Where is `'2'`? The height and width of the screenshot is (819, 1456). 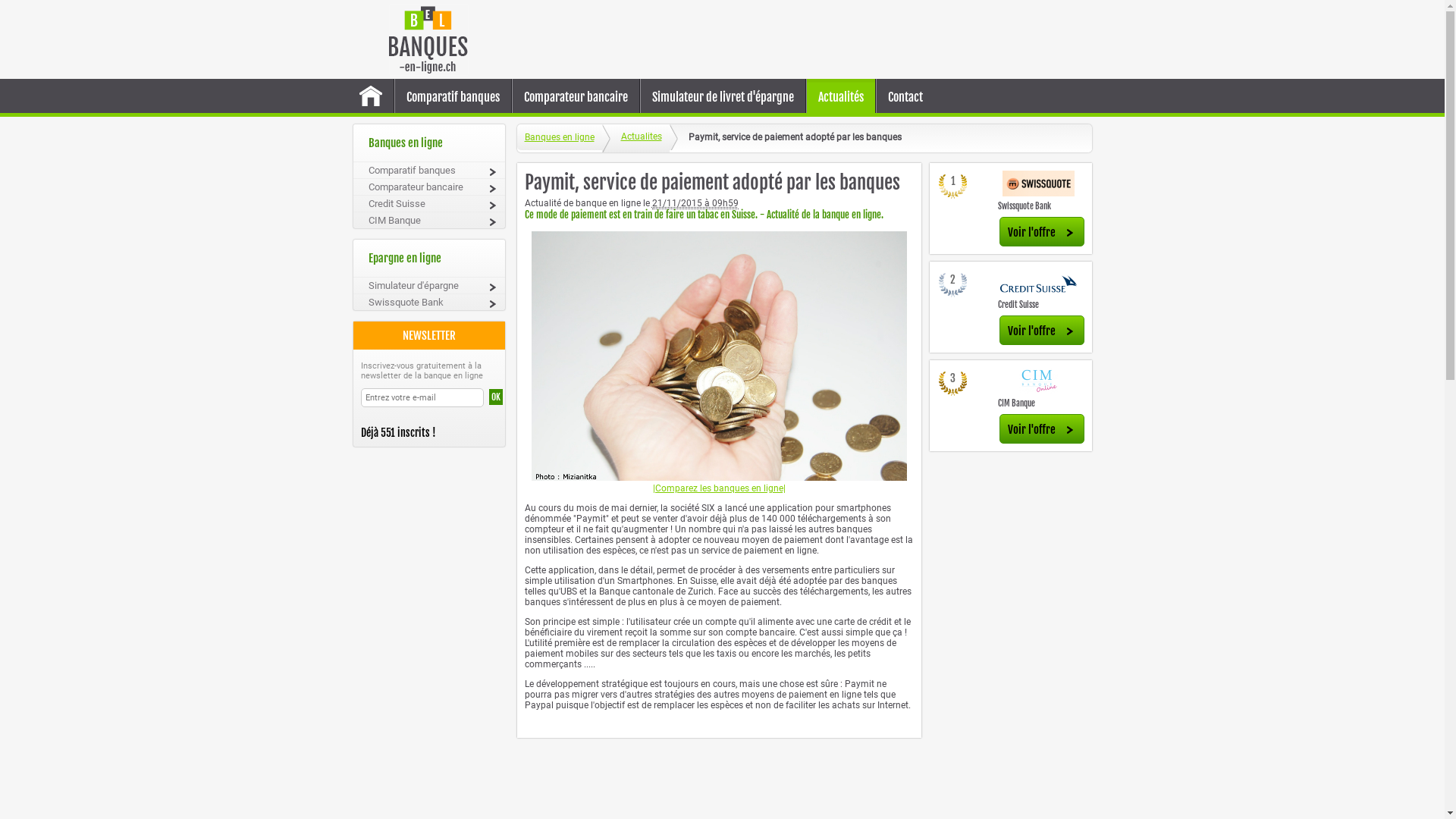
'2' is located at coordinates (952, 287).